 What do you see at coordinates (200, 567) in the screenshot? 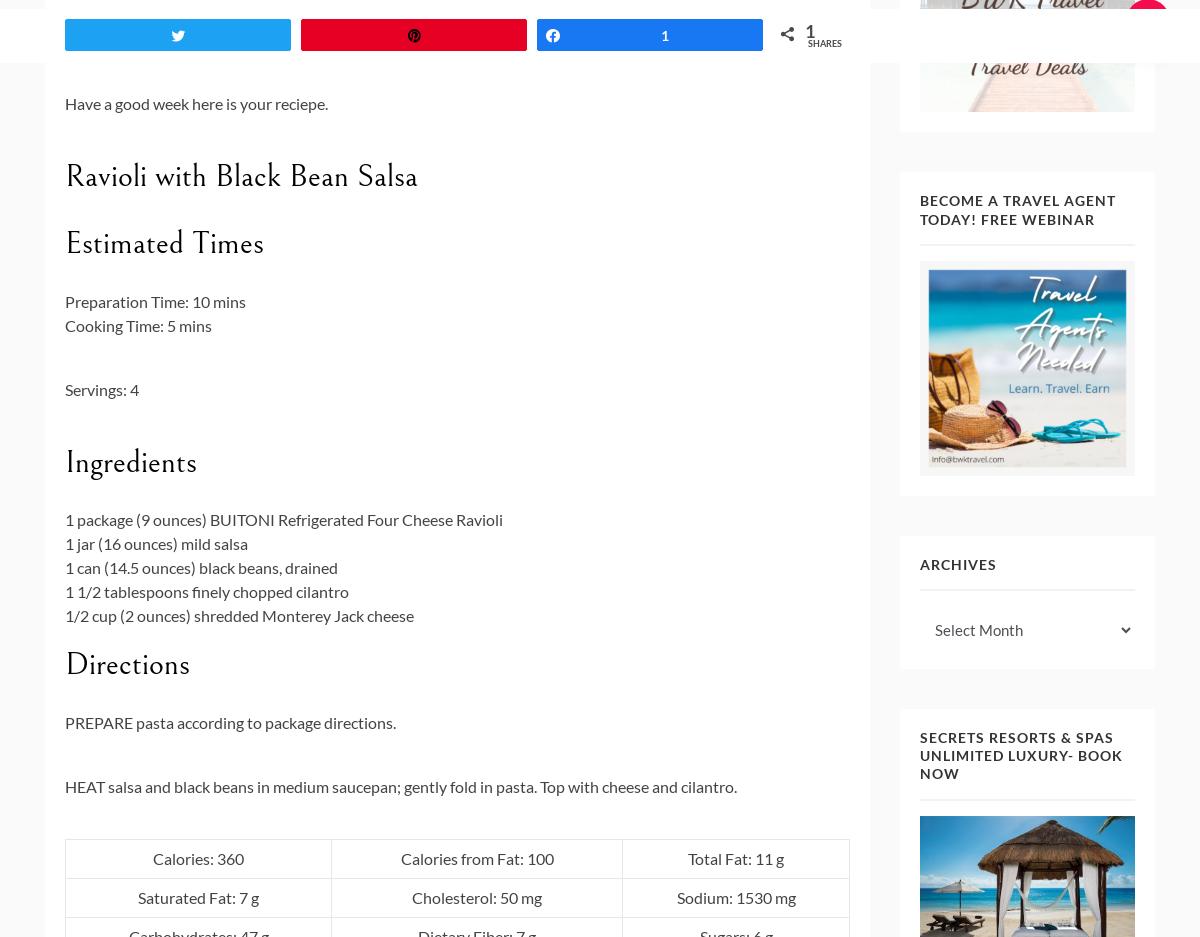
I see `'1 can (14.5 ounces) black beans, drained'` at bounding box center [200, 567].